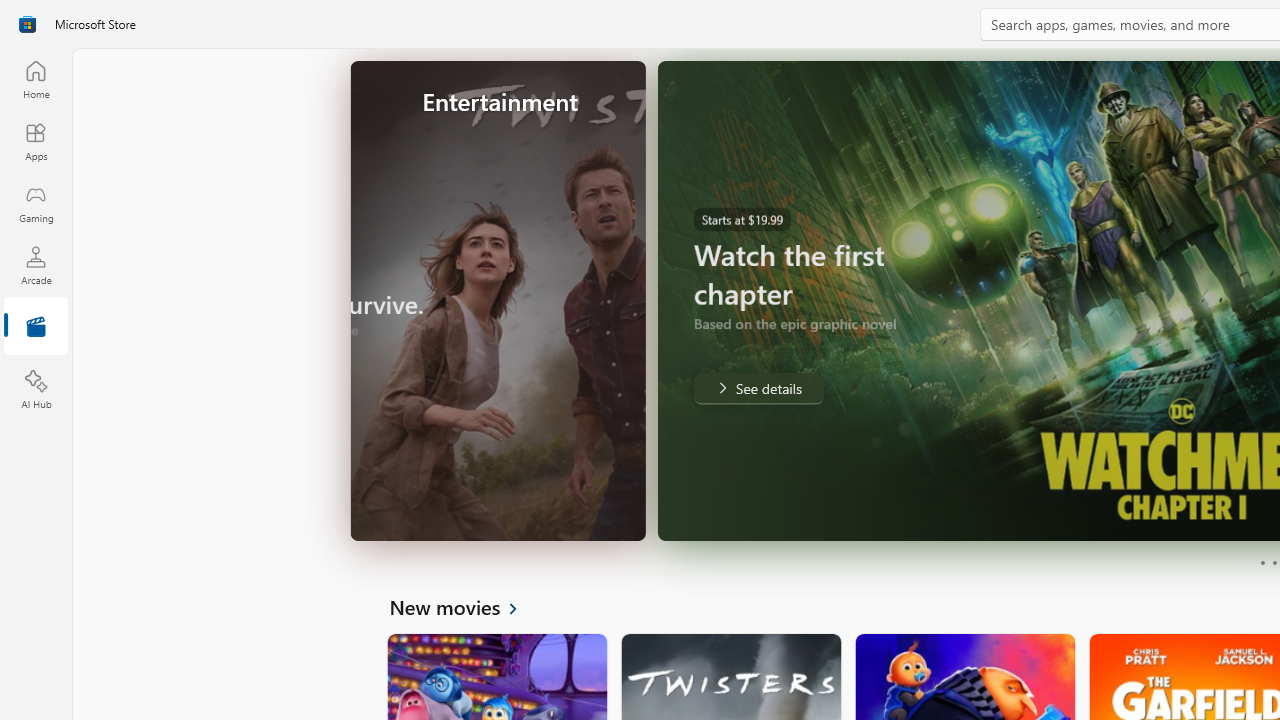 This screenshot has width=1280, height=720. What do you see at coordinates (35, 140) in the screenshot?
I see `'Apps'` at bounding box center [35, 140].